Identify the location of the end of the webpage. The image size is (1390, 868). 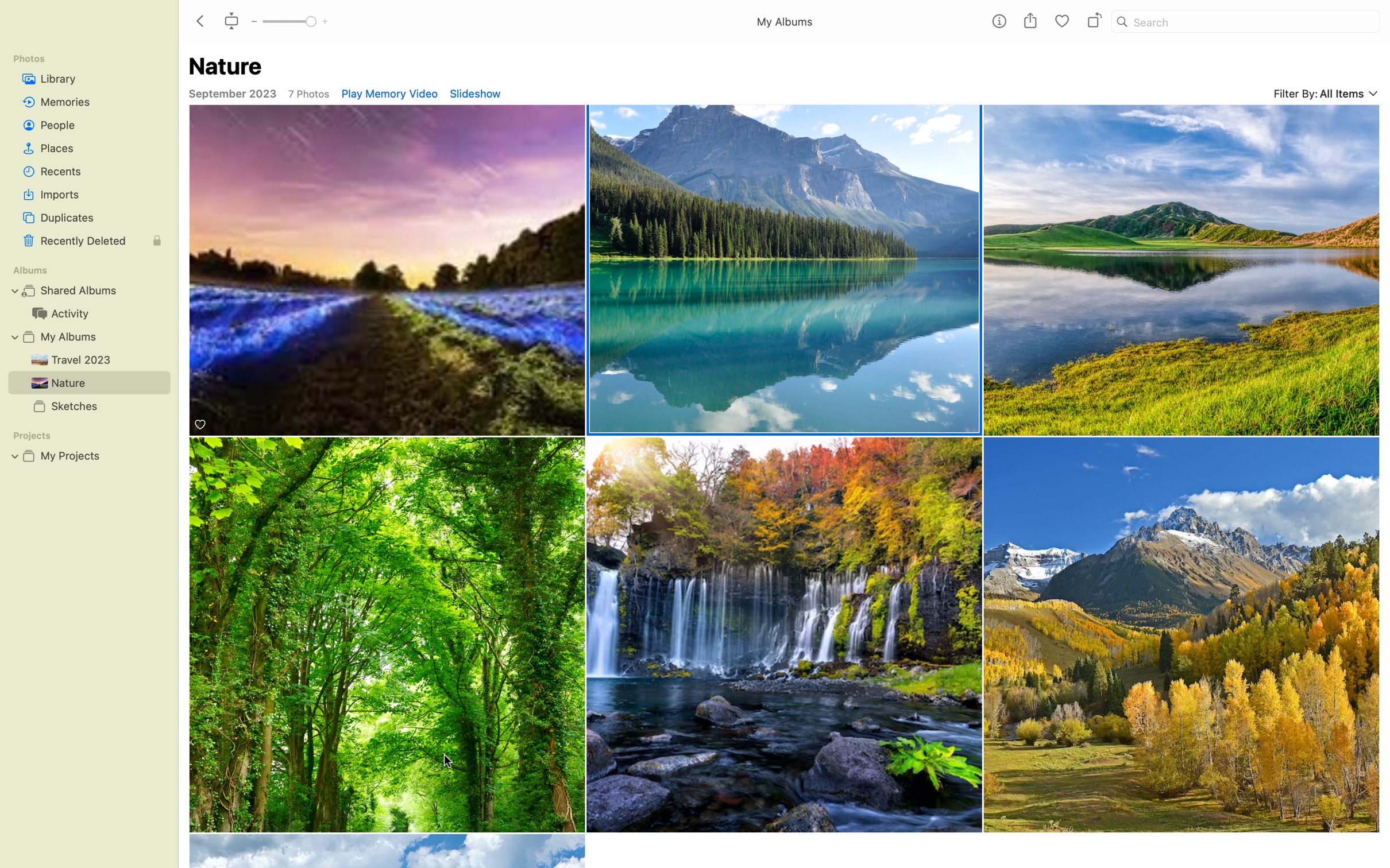
(2639610, 1022504).